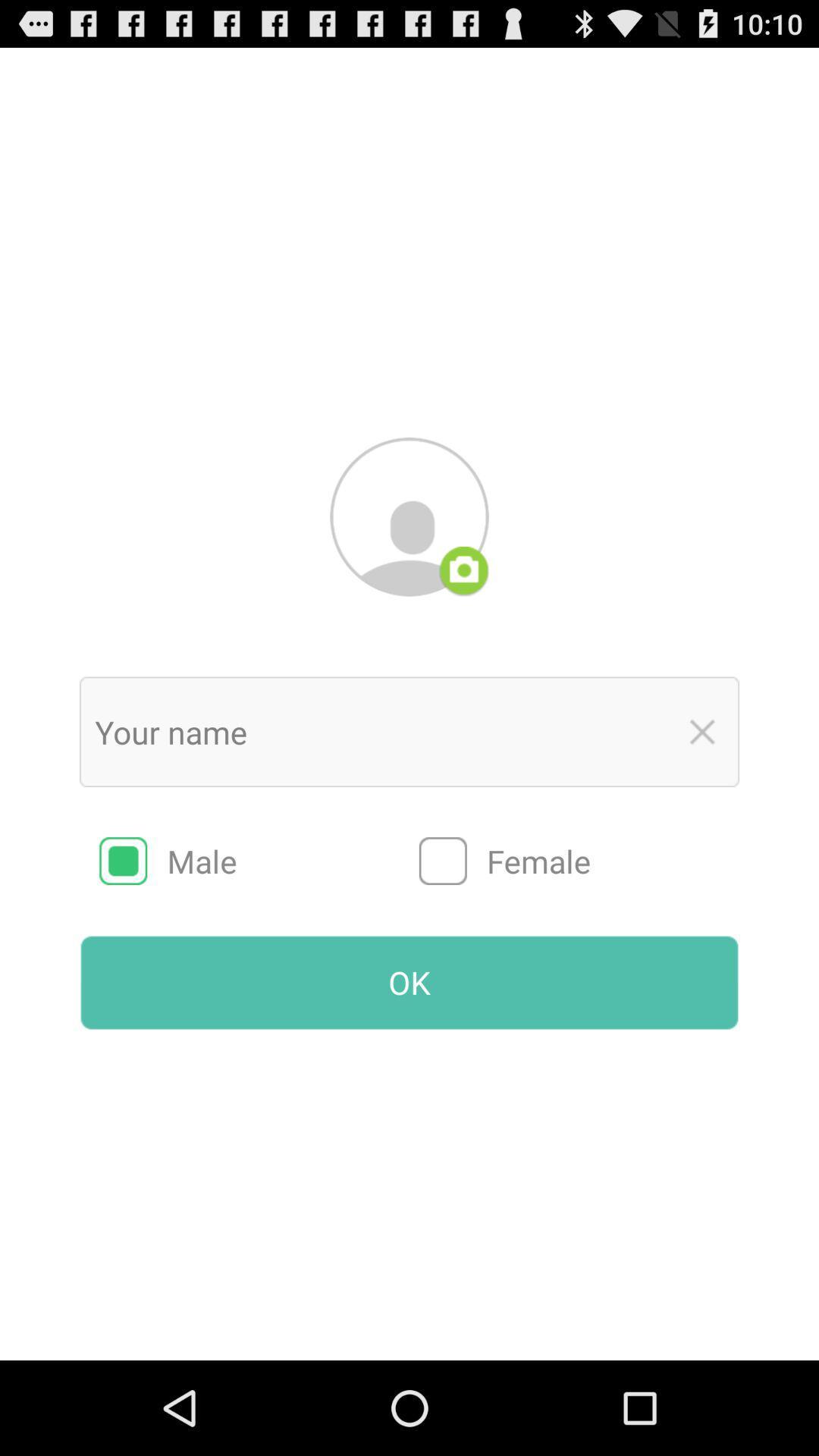  I want to click on radio button to the left of female, so click(259, 861).